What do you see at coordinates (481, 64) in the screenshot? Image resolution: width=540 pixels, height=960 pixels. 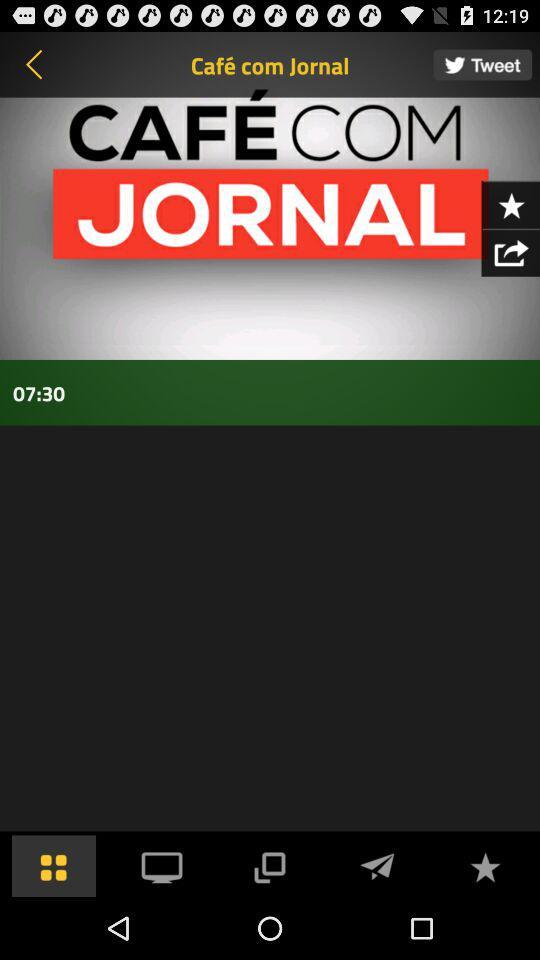 I see `share the program in twitter` at bounding box center [481, 64].